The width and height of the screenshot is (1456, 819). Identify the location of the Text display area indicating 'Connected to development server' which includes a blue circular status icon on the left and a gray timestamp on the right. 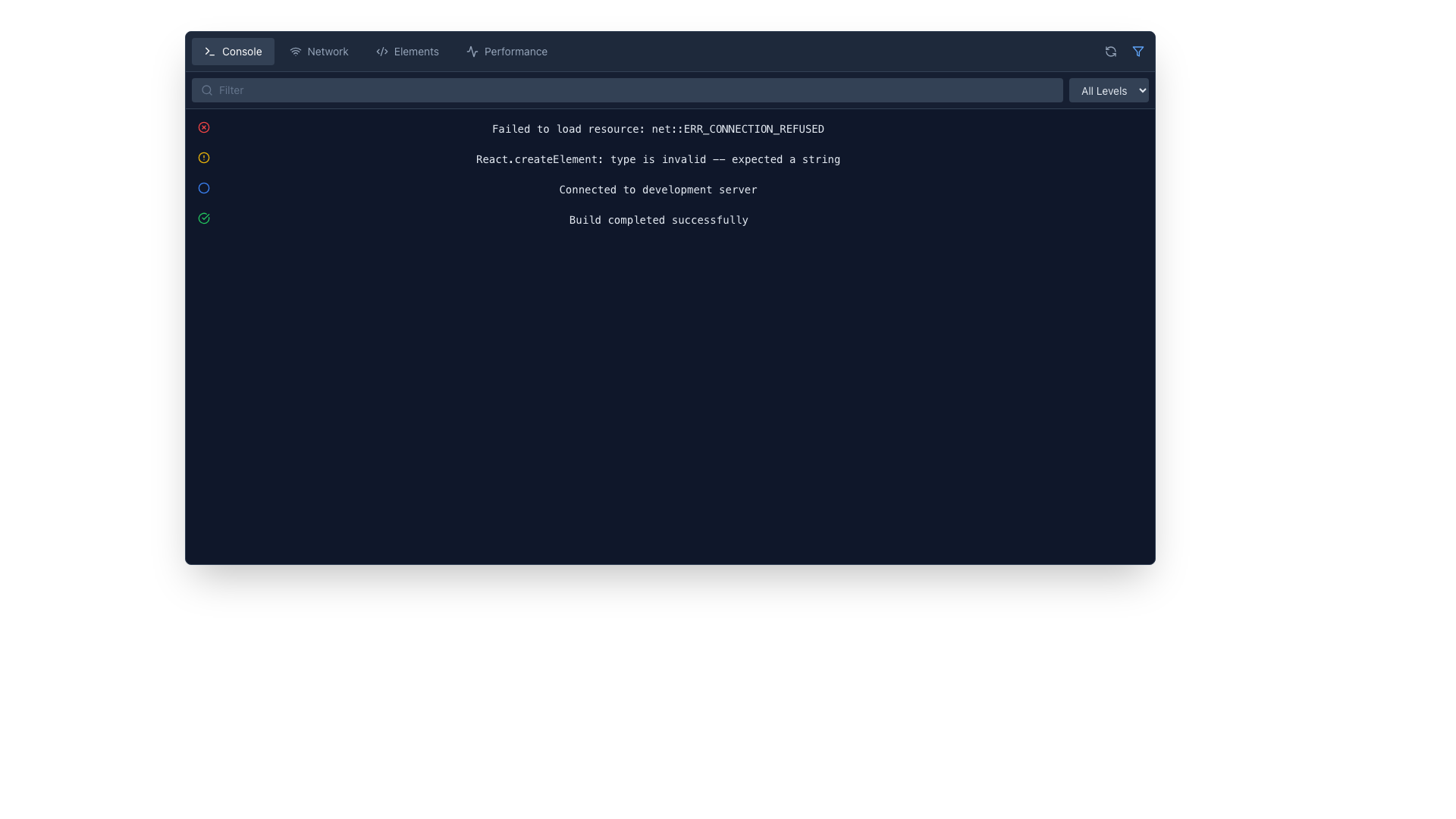
(669, 189).